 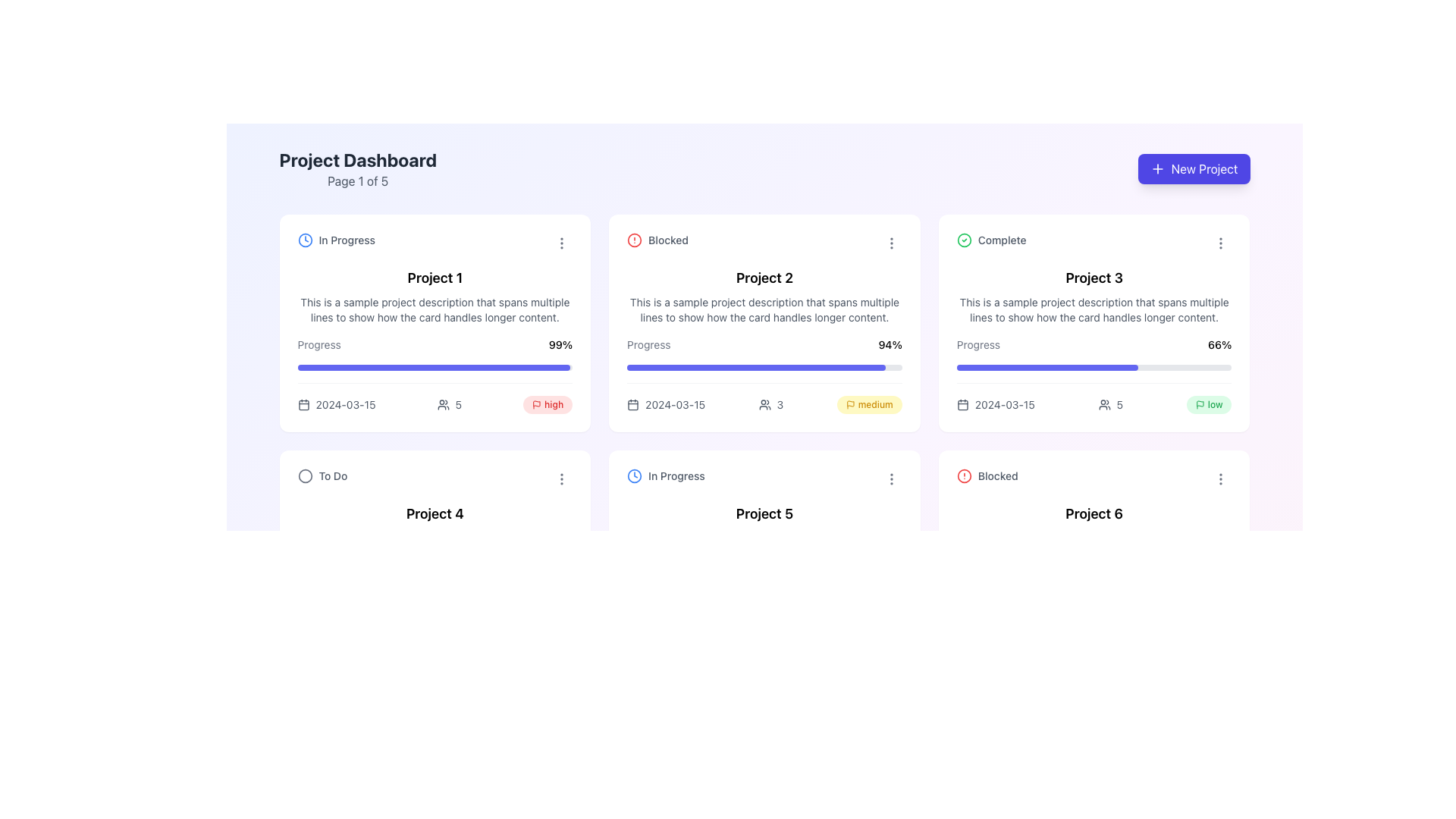 I want to click on the static text label that indicates the current pagination status, displaying 'Page 1 of 5' located beneath the 'Project Dashboard' heading, so click(x=357, y=180).